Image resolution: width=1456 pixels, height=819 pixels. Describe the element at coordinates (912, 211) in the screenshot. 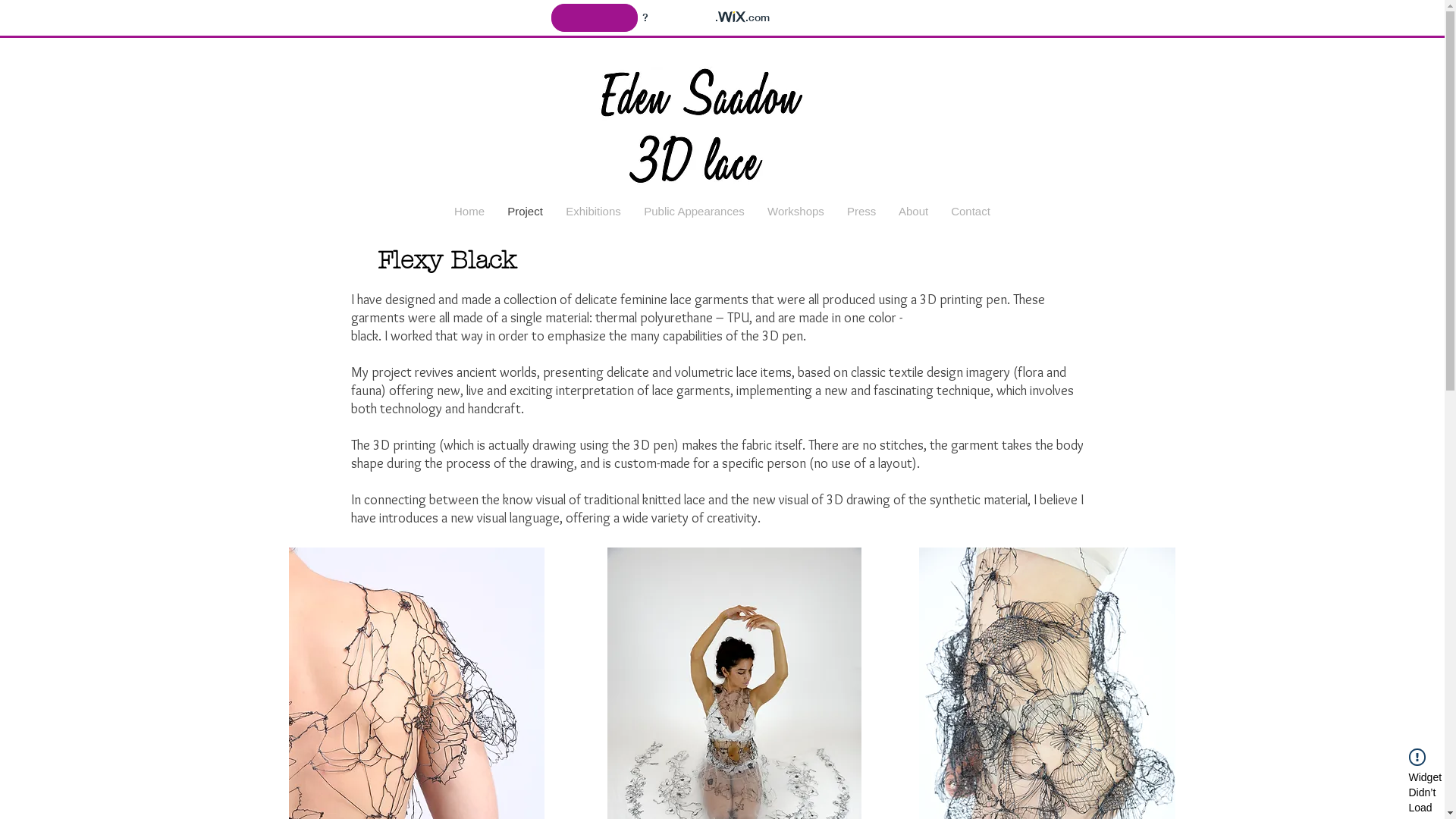

I see `'About'` at that location.